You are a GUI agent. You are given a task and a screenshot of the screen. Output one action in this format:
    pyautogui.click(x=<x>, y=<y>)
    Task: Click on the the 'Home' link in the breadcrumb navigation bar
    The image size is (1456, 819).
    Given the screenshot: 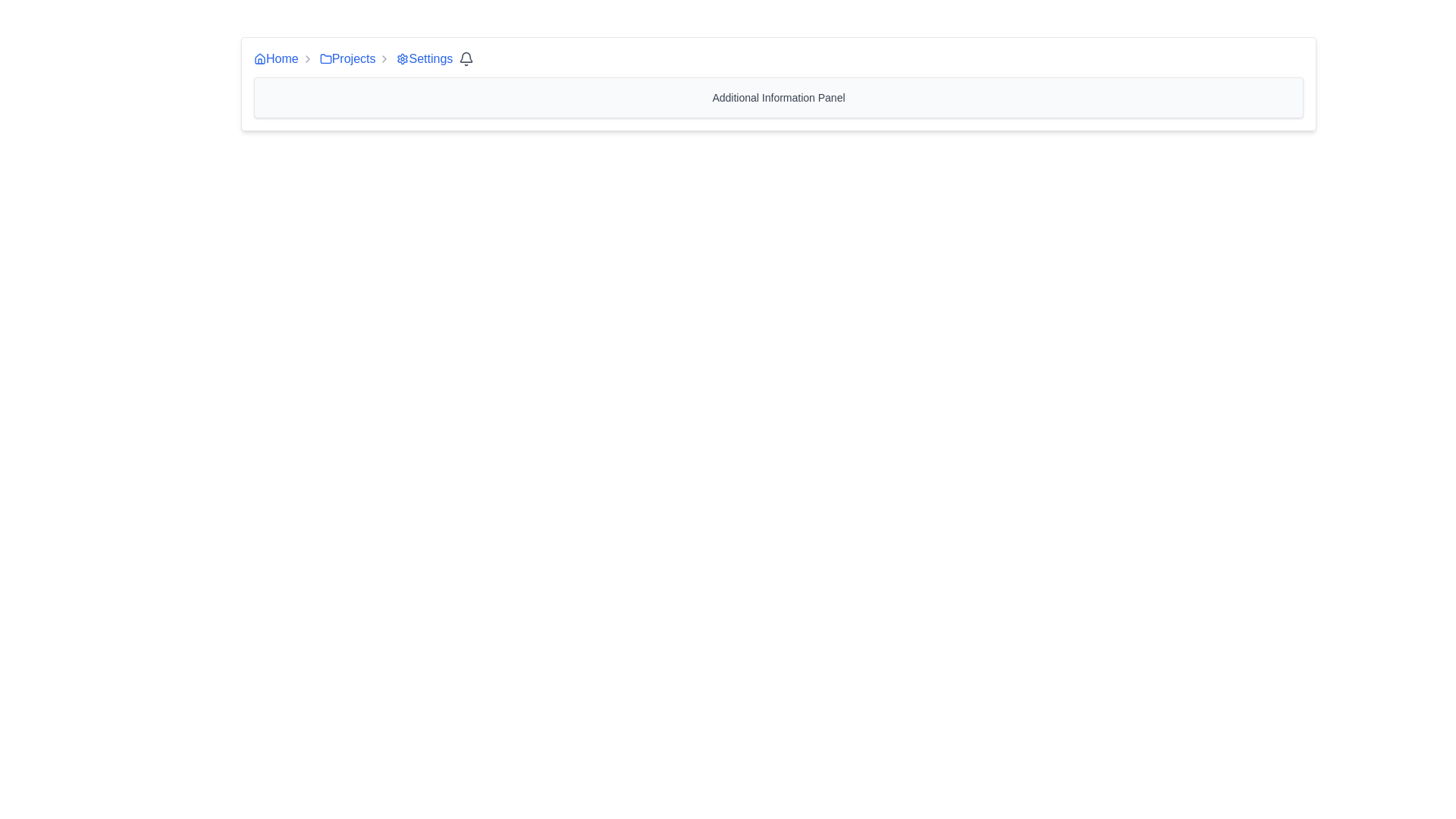 What is the action you would take?
    pyautogui.click(x=276, y=58)
    